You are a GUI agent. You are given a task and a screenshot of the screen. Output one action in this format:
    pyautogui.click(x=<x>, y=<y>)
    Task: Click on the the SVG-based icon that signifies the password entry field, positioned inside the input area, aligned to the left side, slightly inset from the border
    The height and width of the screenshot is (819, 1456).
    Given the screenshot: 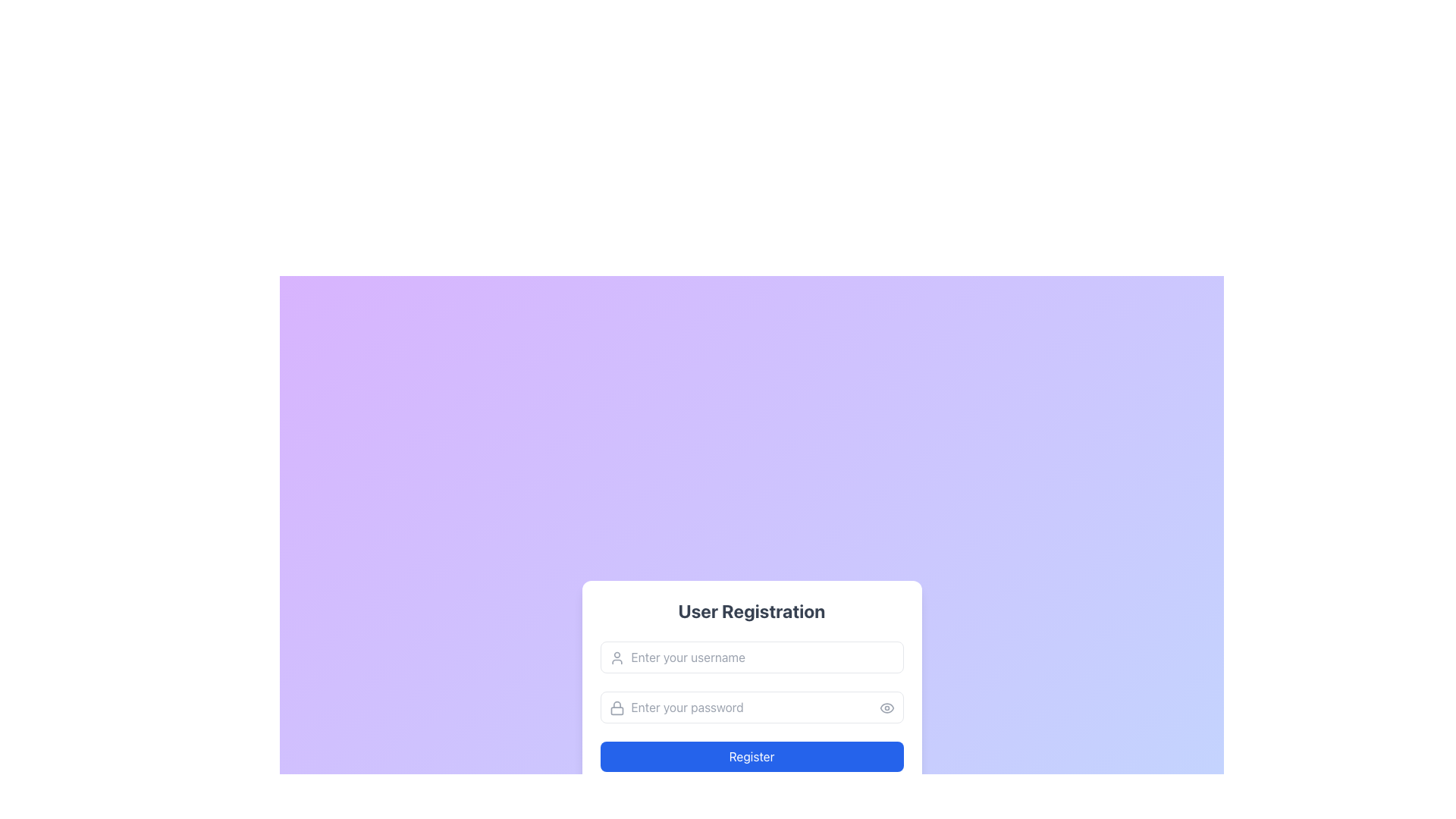 What is the action you would take?
    pyautogui.click(x=617, y=708)
    